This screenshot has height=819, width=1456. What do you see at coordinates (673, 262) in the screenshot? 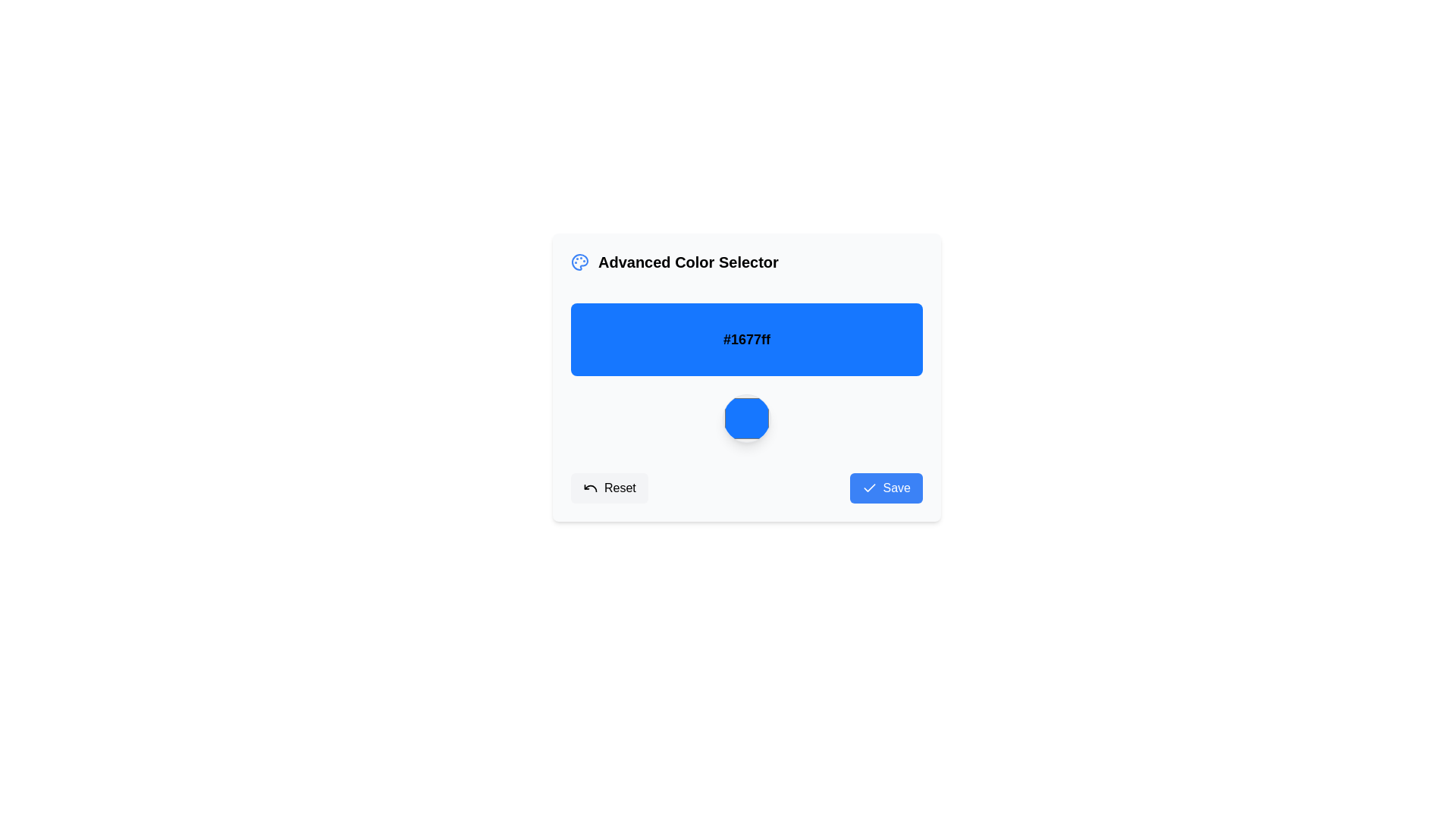
I see `the Header with icon and text that serves as a title for advanced color selection` at bounding box center [673, 262].